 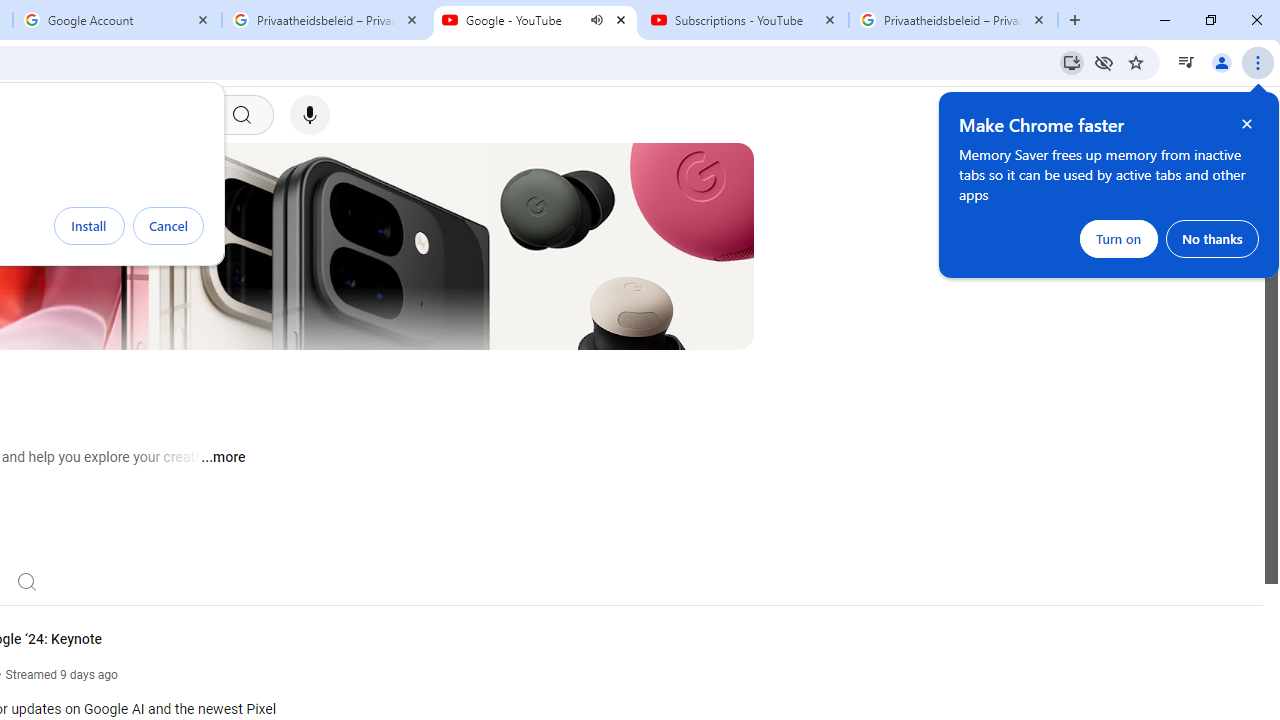 I want to click on 'No thanks', so click(x=1211, y=238).